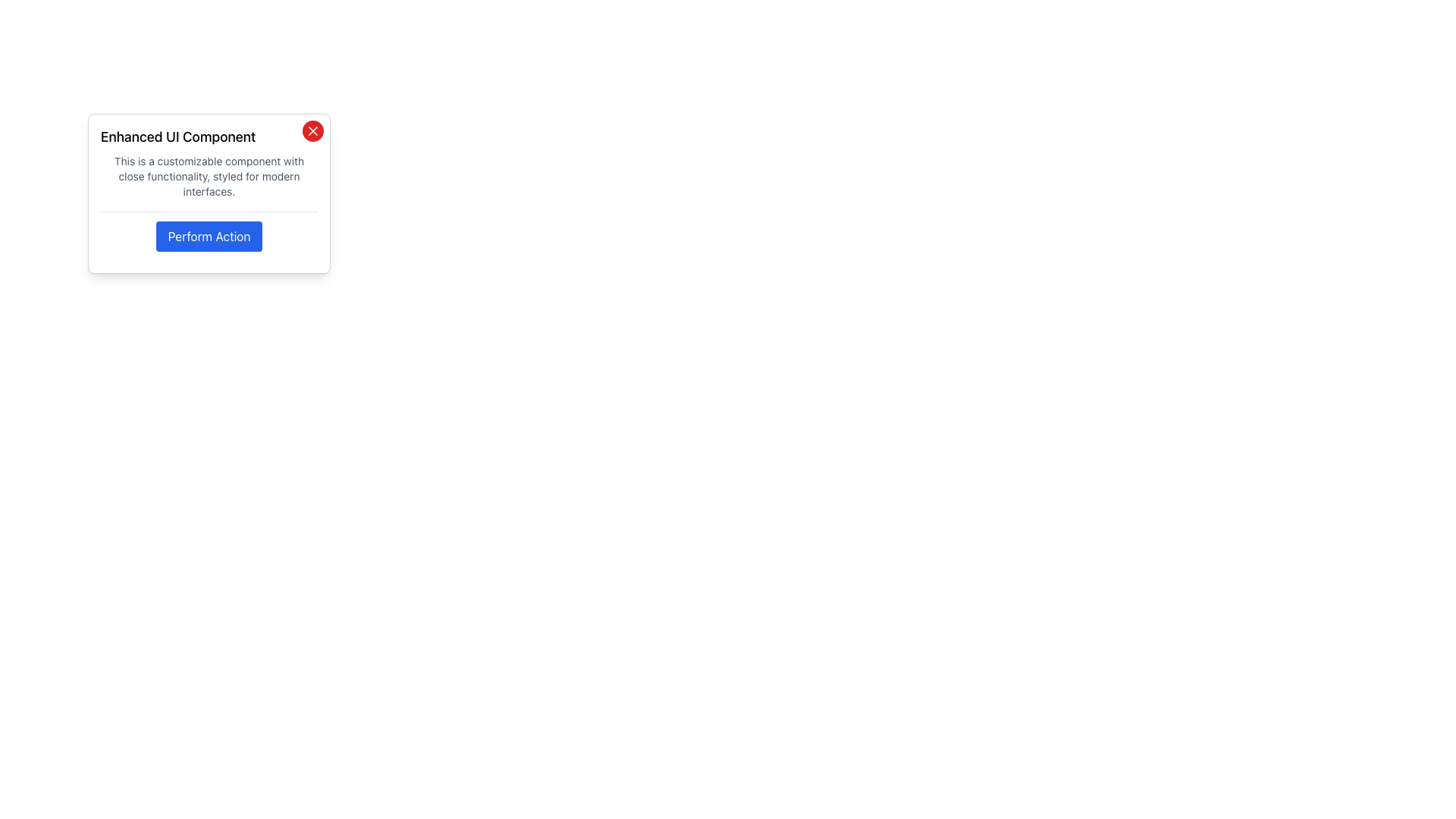 The height and width of the screenshot is (819, 1456). I want to click on the close button located at the top-right corner of the card interface, so click(312, 130).